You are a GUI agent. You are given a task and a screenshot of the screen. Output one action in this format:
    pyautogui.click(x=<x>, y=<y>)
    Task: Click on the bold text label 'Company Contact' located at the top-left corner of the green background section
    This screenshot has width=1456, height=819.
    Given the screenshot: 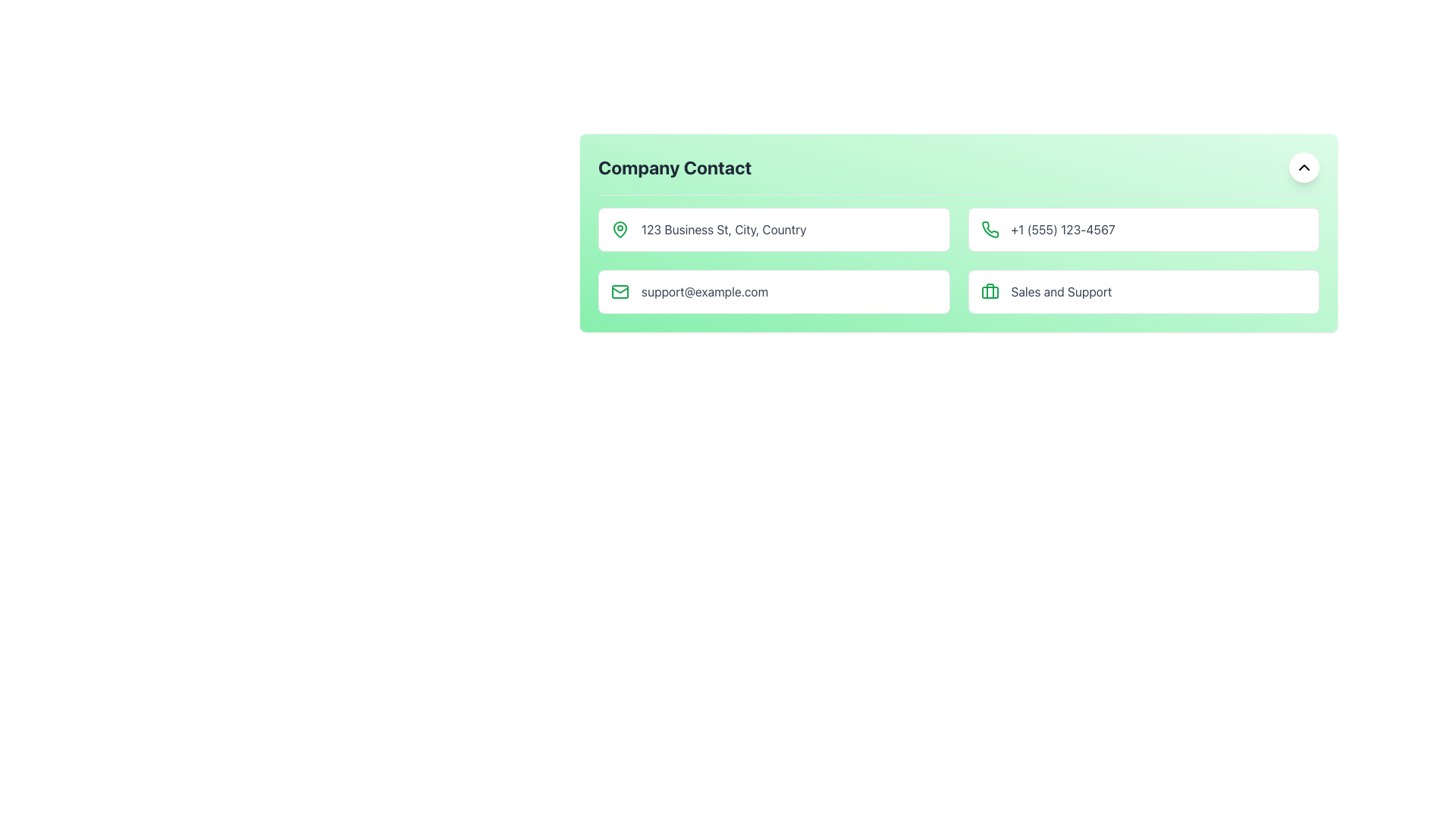 What is the action you would take?
    pyautogui.click(x=674, y=167)
    